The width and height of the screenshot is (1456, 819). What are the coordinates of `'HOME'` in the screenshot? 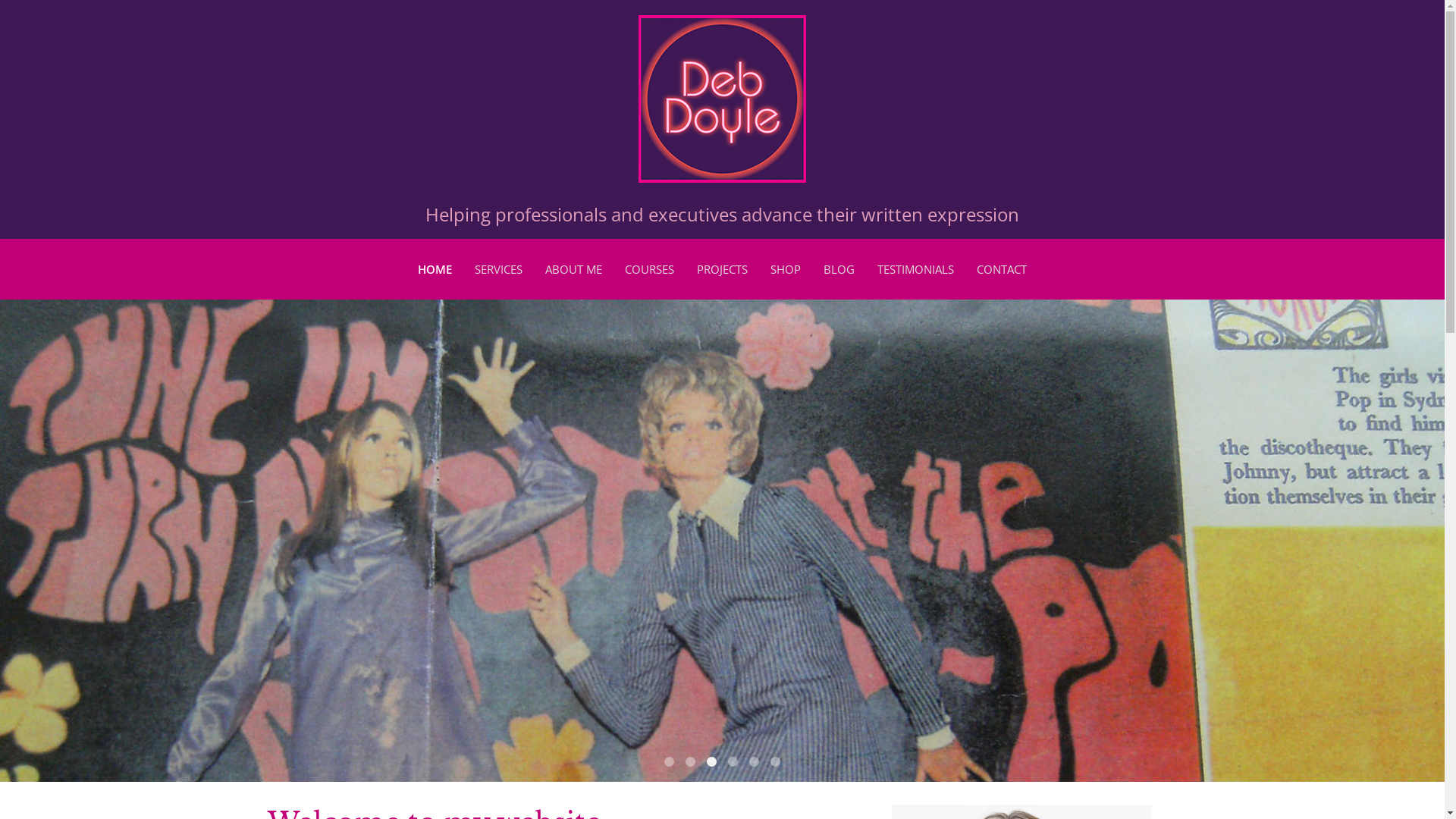 It's located at (434, 268).